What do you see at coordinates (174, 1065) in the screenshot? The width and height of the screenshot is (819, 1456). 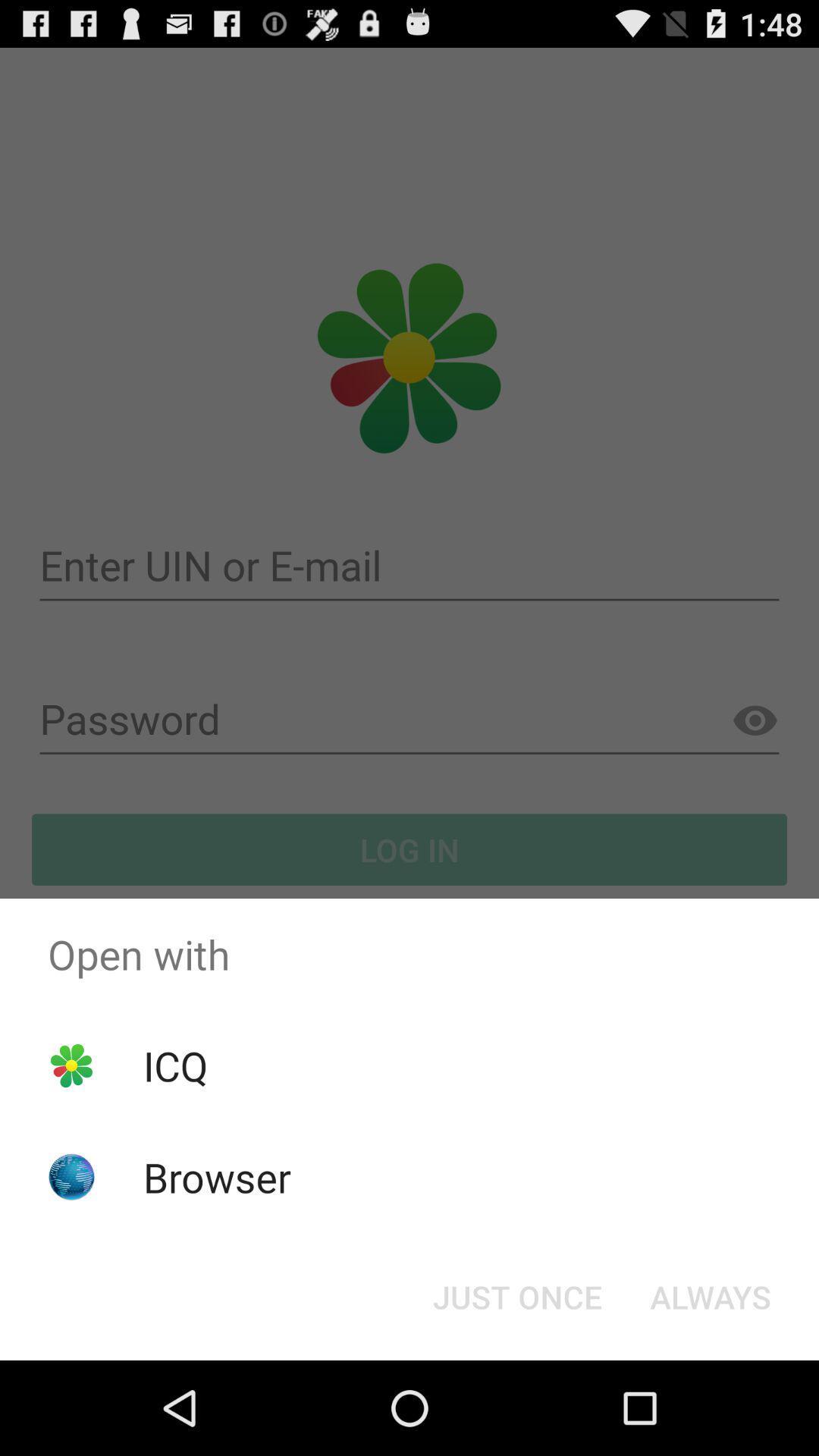 I see `icq icon` at bounding box center [174, 1065].